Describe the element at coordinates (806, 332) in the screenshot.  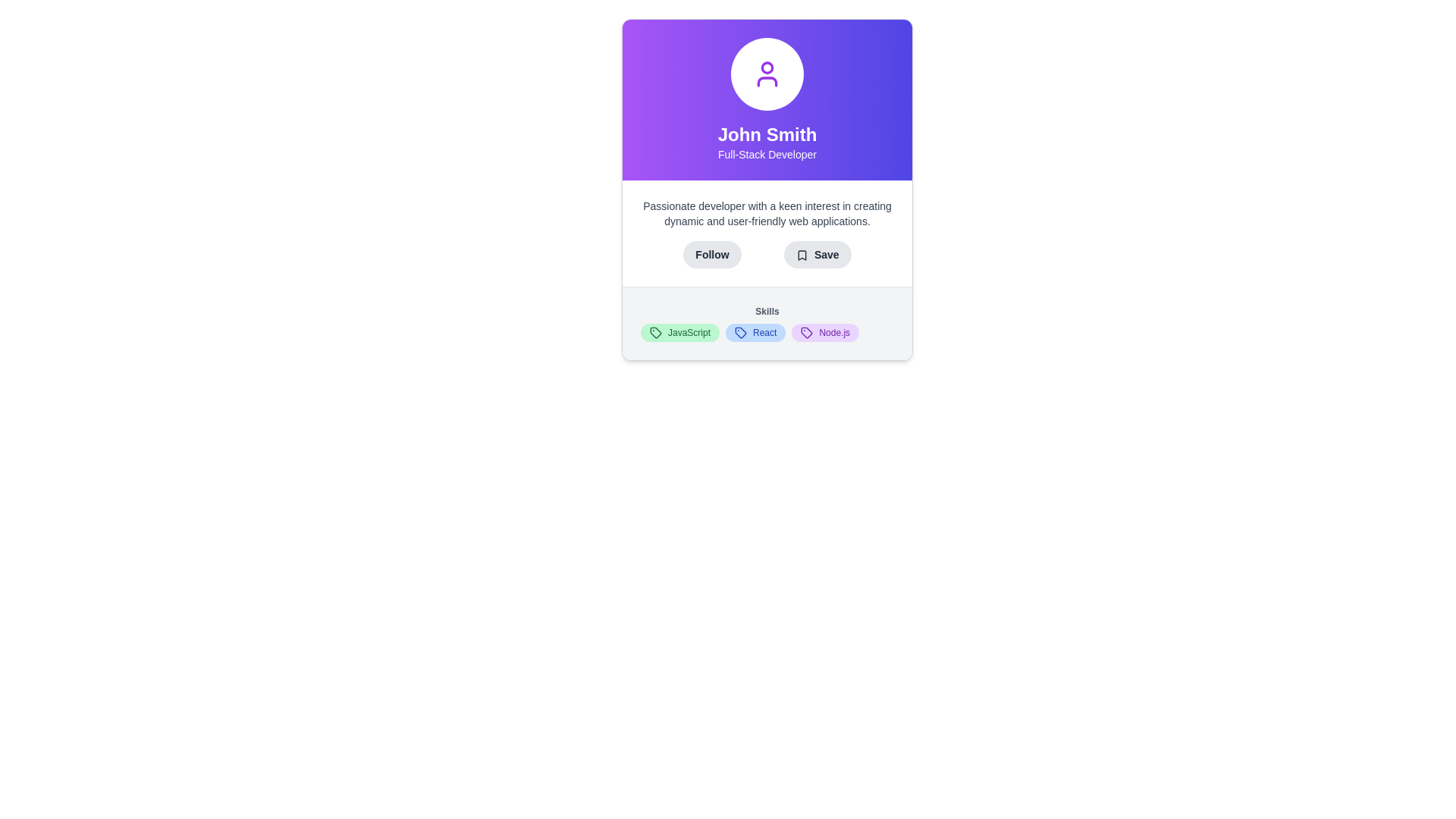
I see `the visual representation of the tag icon located in the center-left portion of the skills labels under the 'Skills' section of the profile card` at that location.